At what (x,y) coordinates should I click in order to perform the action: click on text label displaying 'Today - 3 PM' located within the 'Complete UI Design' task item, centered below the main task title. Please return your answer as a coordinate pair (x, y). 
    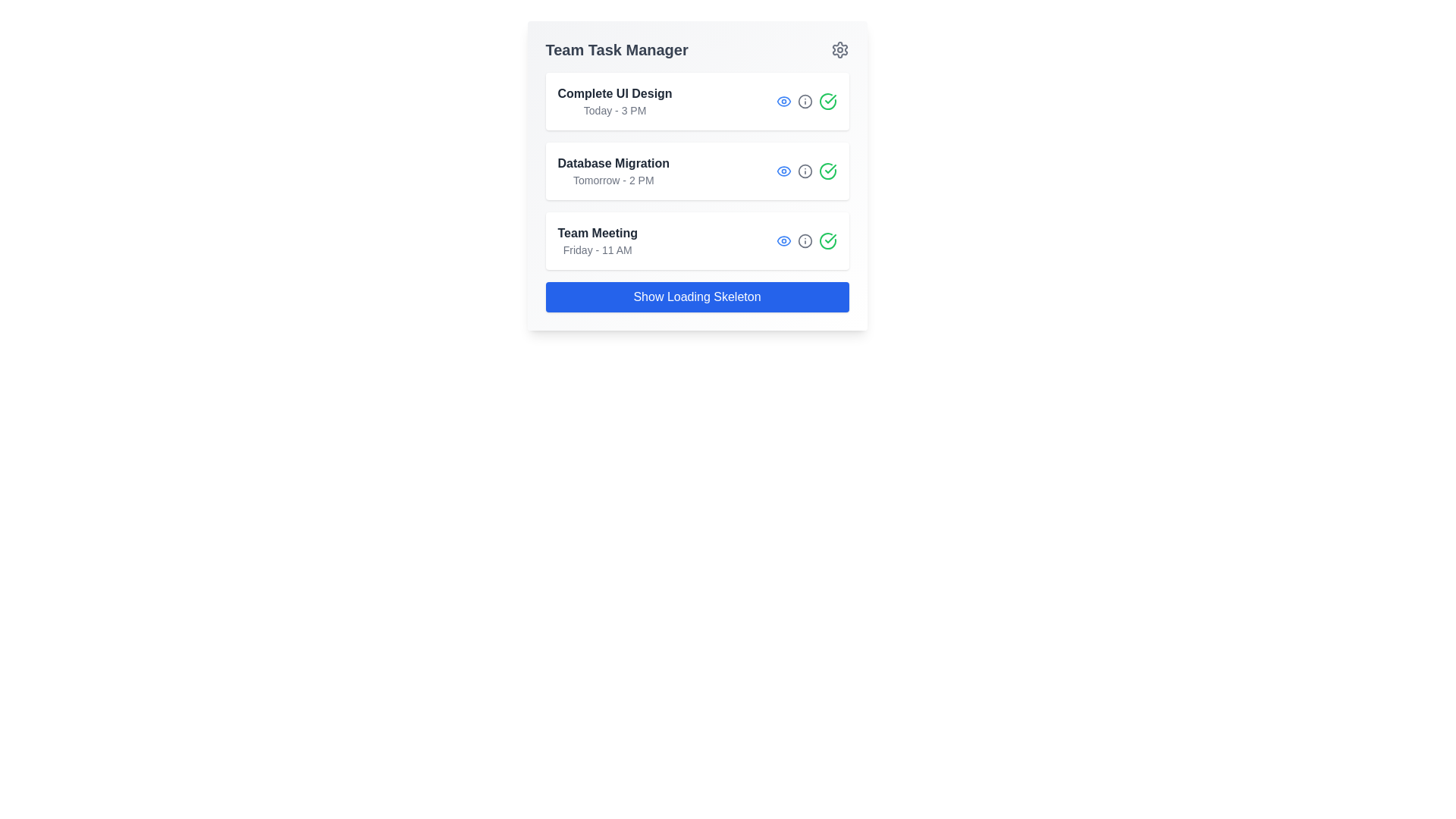
    Looking at the image, I should click on (615, 110).